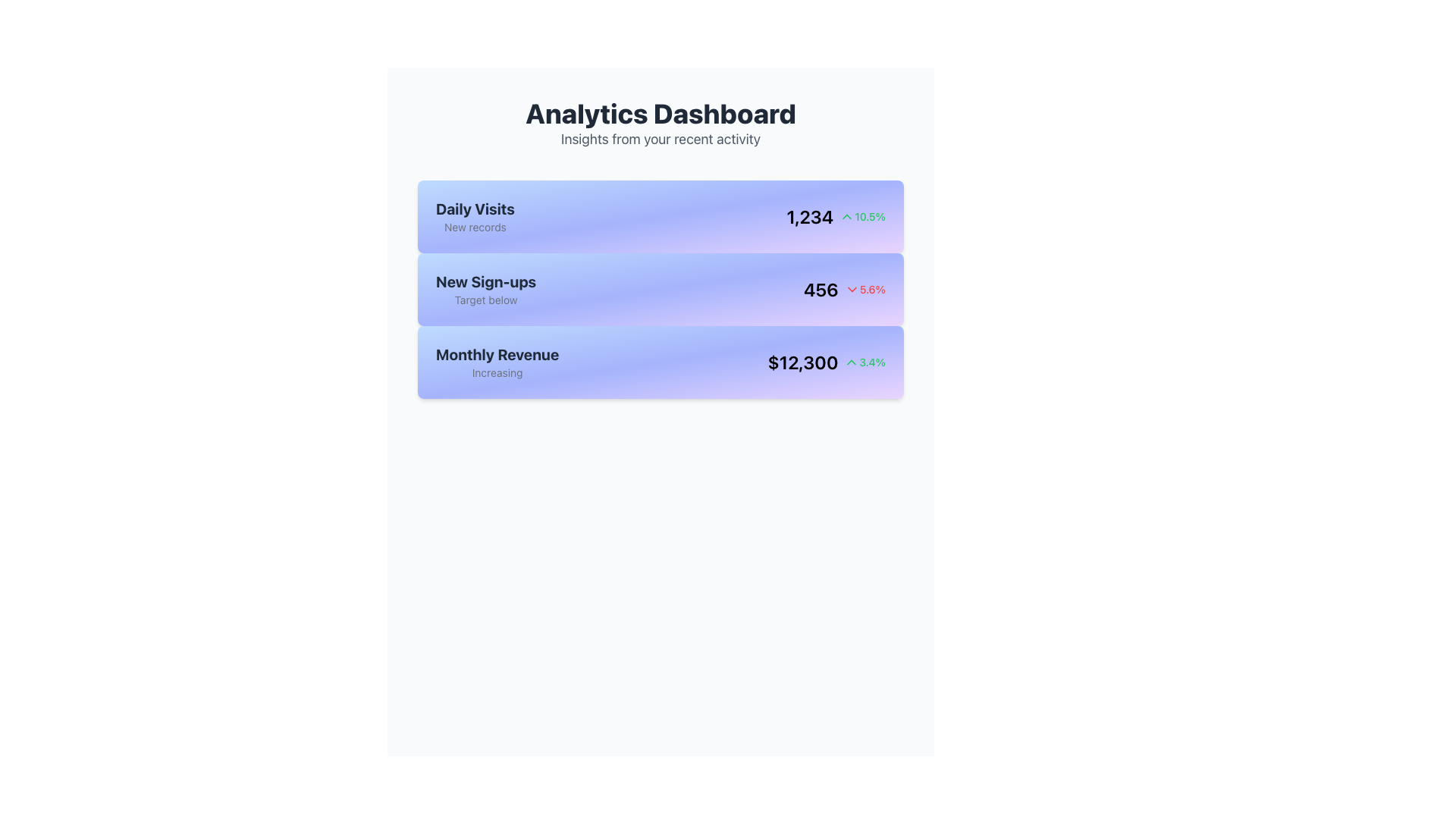  Describe the element at coordinates (872, 289) in the screenshot. I see `value displayed as '5.6%' in red text, located in the second section of the analytics dashboard next to the downward arrow icon` at that location.